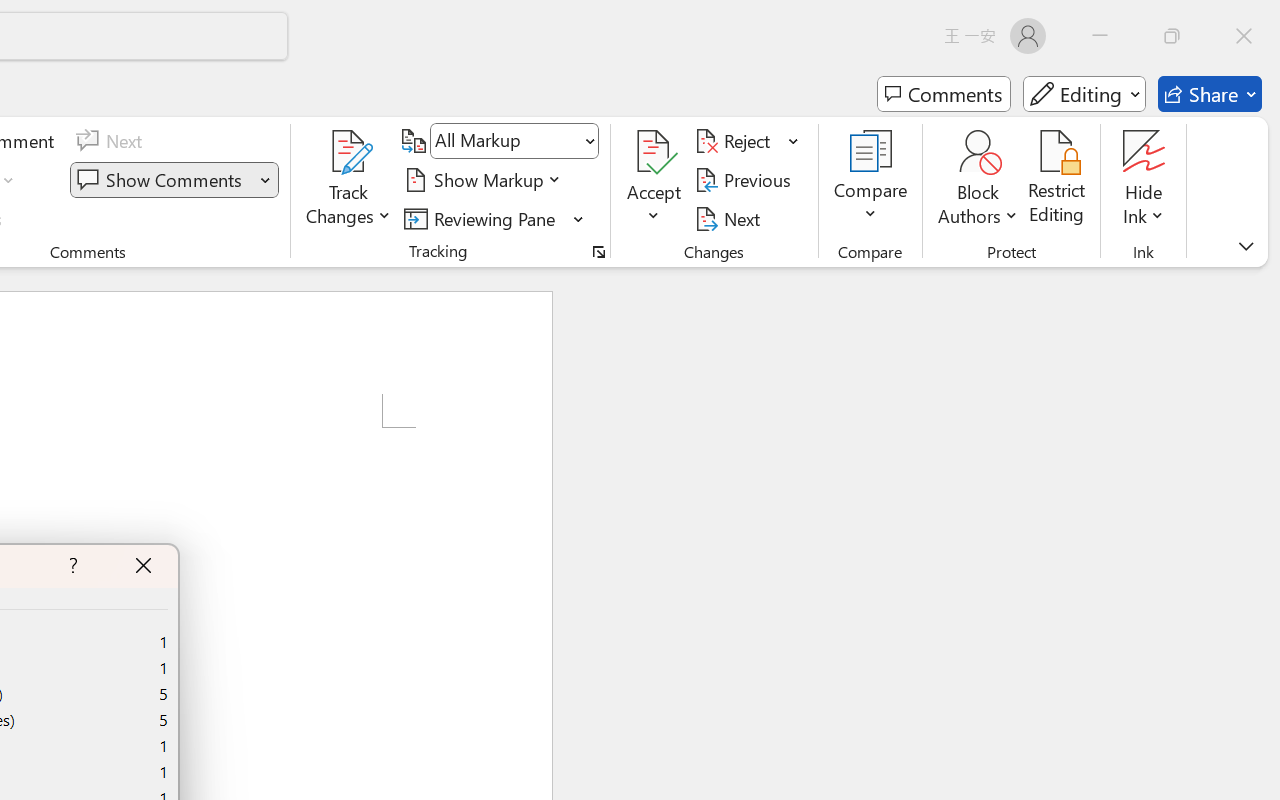 This screenshot has height=800, width=1280. I want to click on 'Show Comments', so click(162, 179).